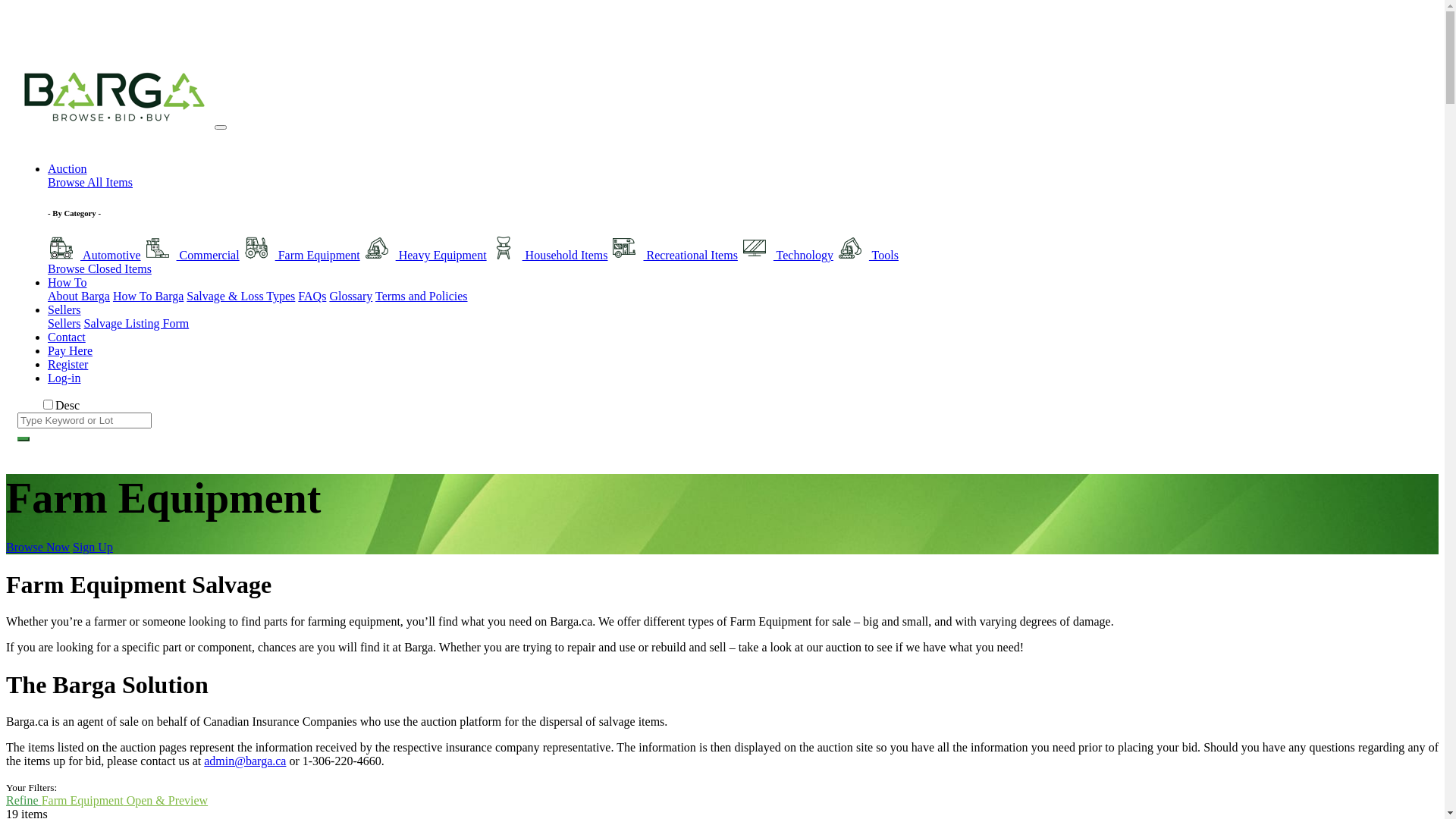  I want to click on 'Refine', so click(6, 799).